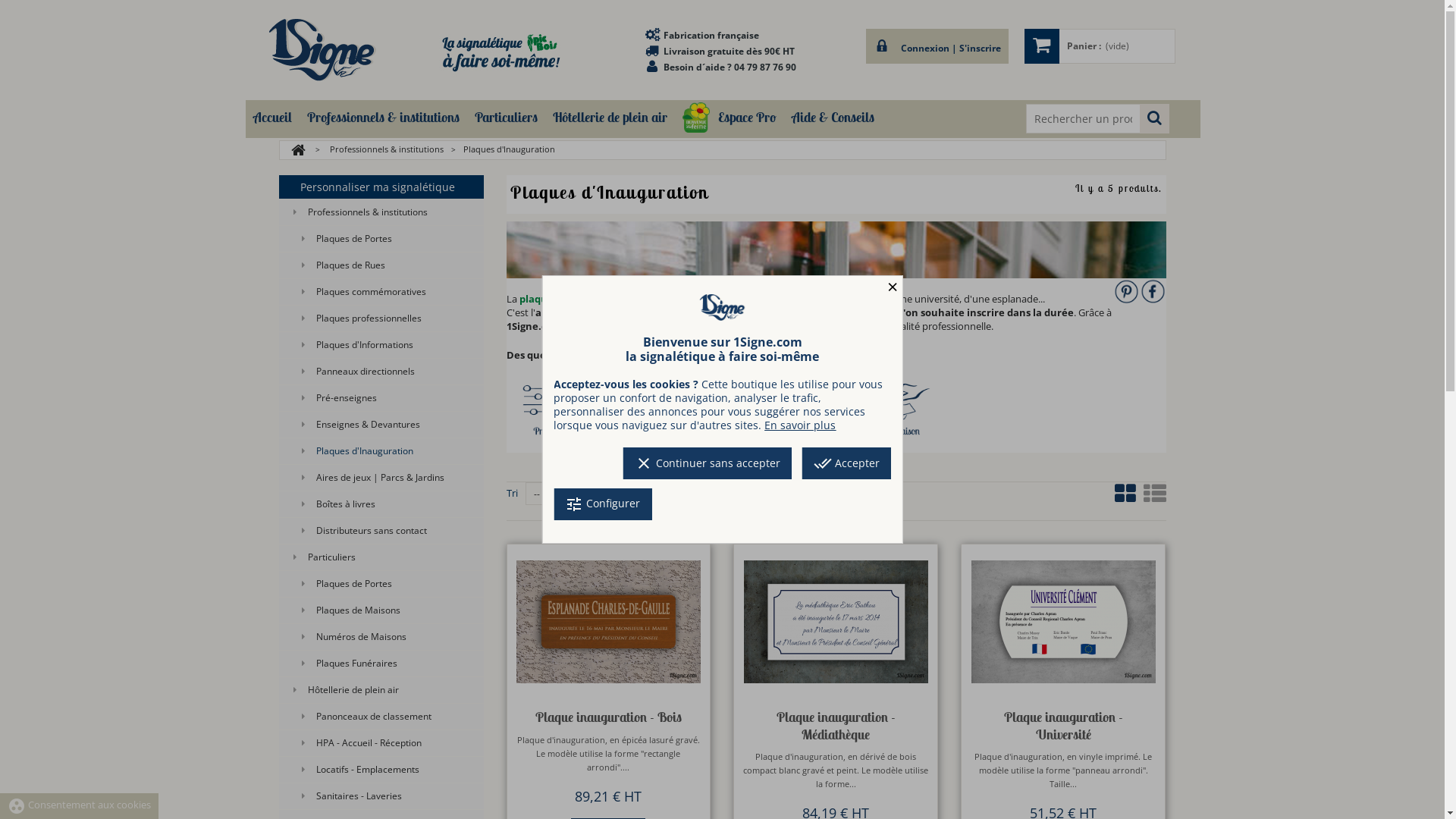 This screenshot has height=819, width=1456. Describe the element at coordinates (706, 462) in the screenshot. I see `'clear Continuer sans accepter'` at that location.